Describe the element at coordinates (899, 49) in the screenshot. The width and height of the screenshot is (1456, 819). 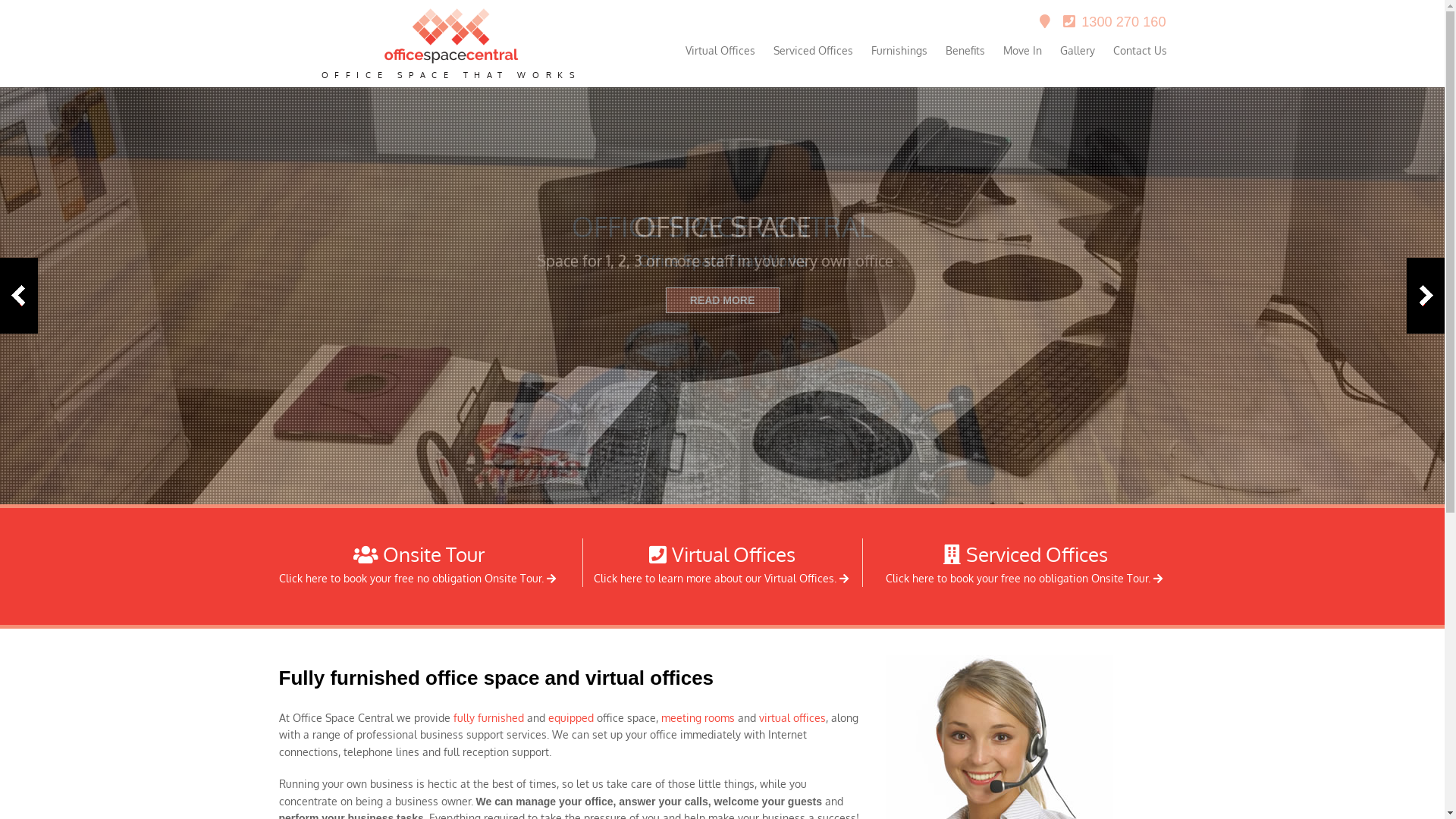
I see `'Furnishings'` at that location.